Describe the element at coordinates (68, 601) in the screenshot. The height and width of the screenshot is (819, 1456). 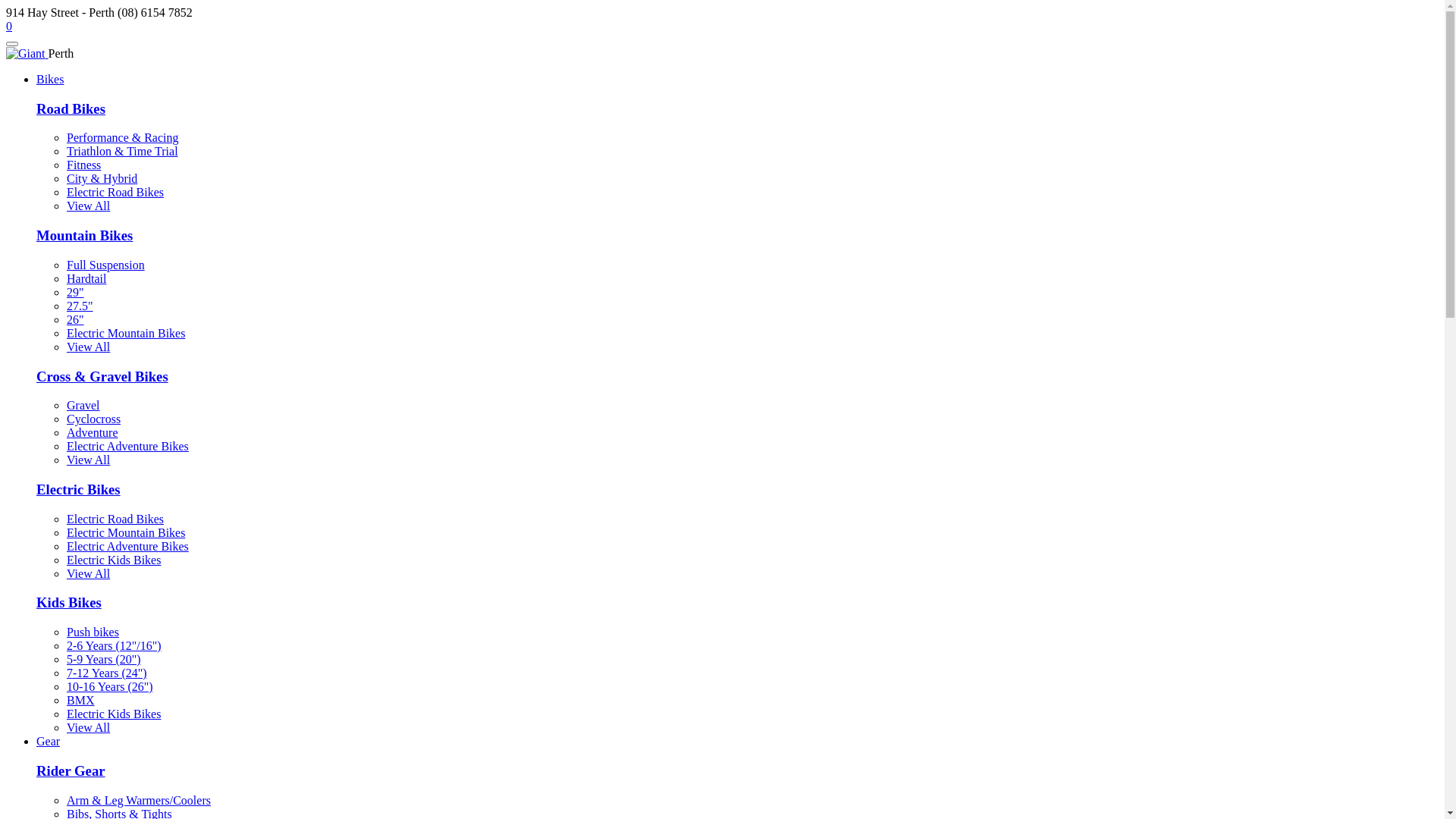
I see `'Kids Bikes'` at that location.